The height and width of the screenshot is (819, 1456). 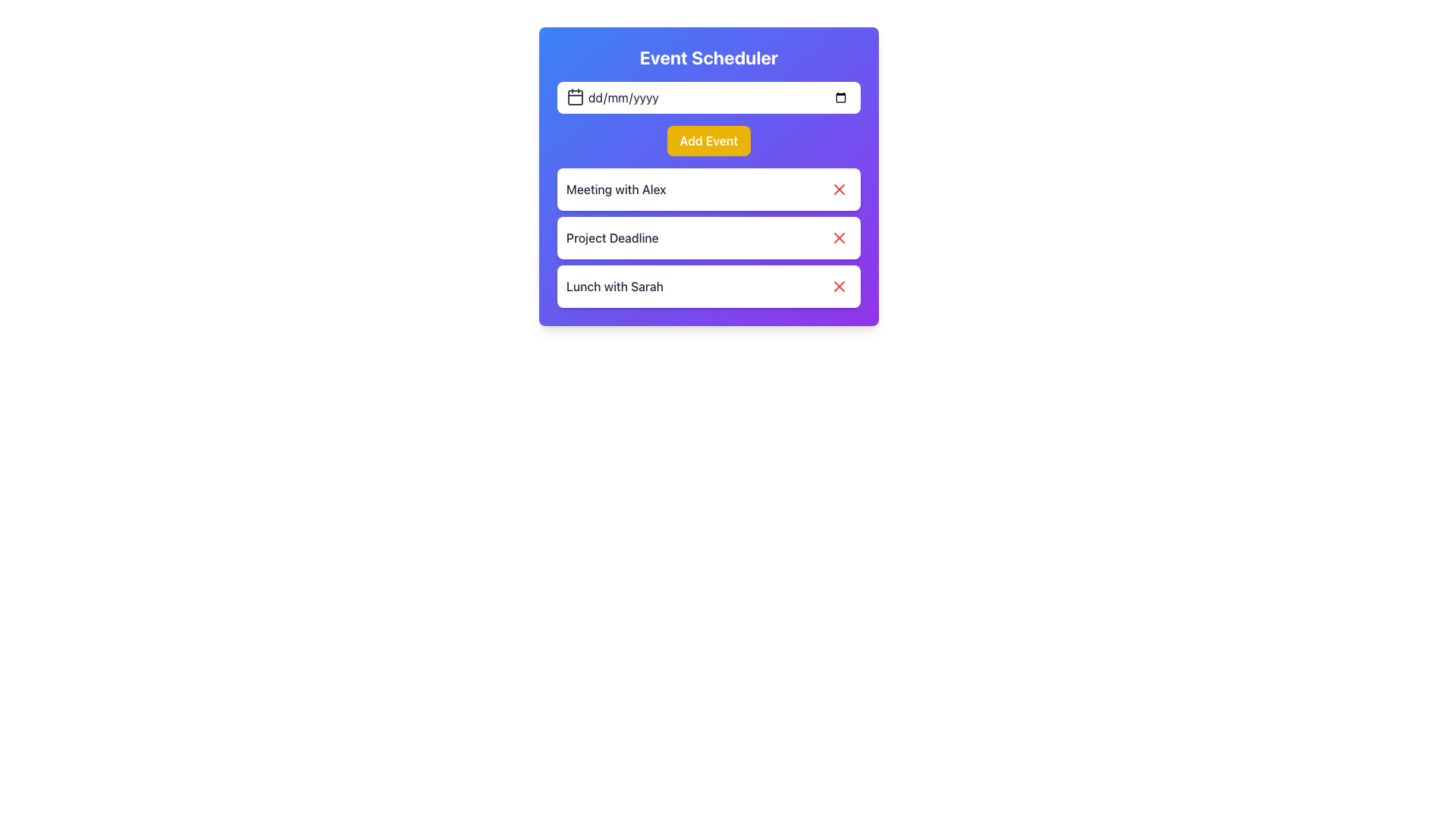 What do you see at coordinates (839, 287) in the screenshot?
I see `the red cross icon button located in the lower-right corner of the 'Lunch with Sarah' event list item` at bounding box center [839, 287].